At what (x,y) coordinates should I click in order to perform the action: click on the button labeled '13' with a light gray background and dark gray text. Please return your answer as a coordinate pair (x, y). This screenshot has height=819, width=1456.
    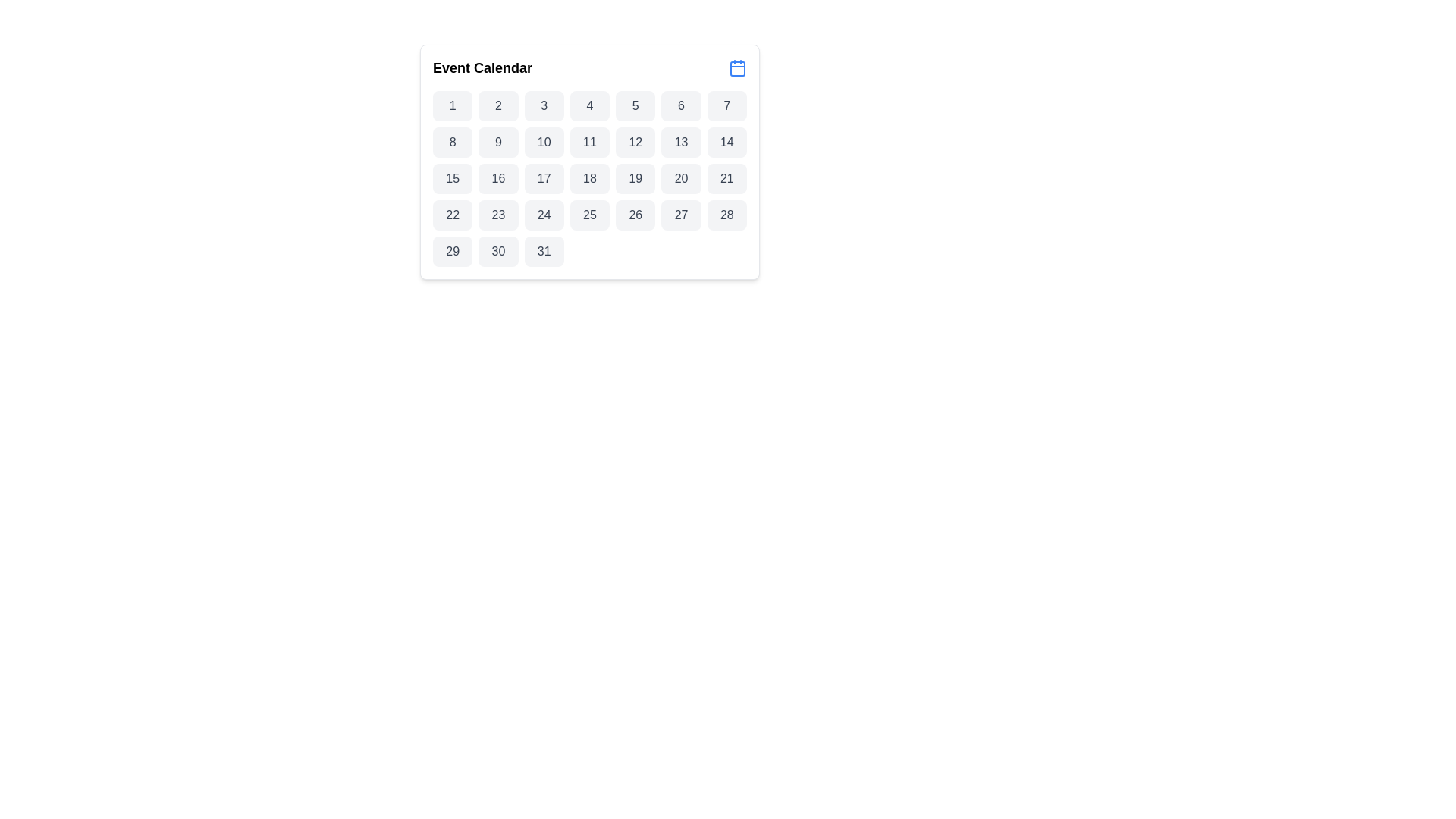
    Looking at the image, I should click on (680, 143).